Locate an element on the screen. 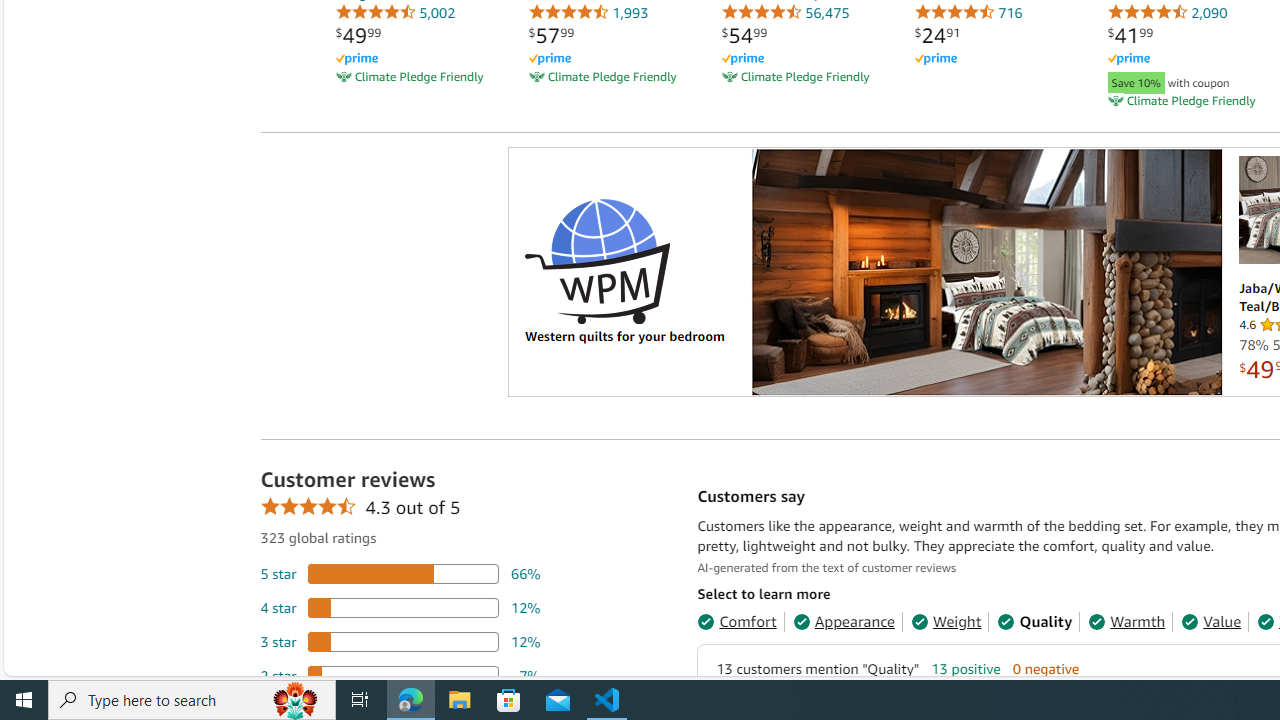 The image size is (1280, 720). '716' is located at coordinates (968, 12).